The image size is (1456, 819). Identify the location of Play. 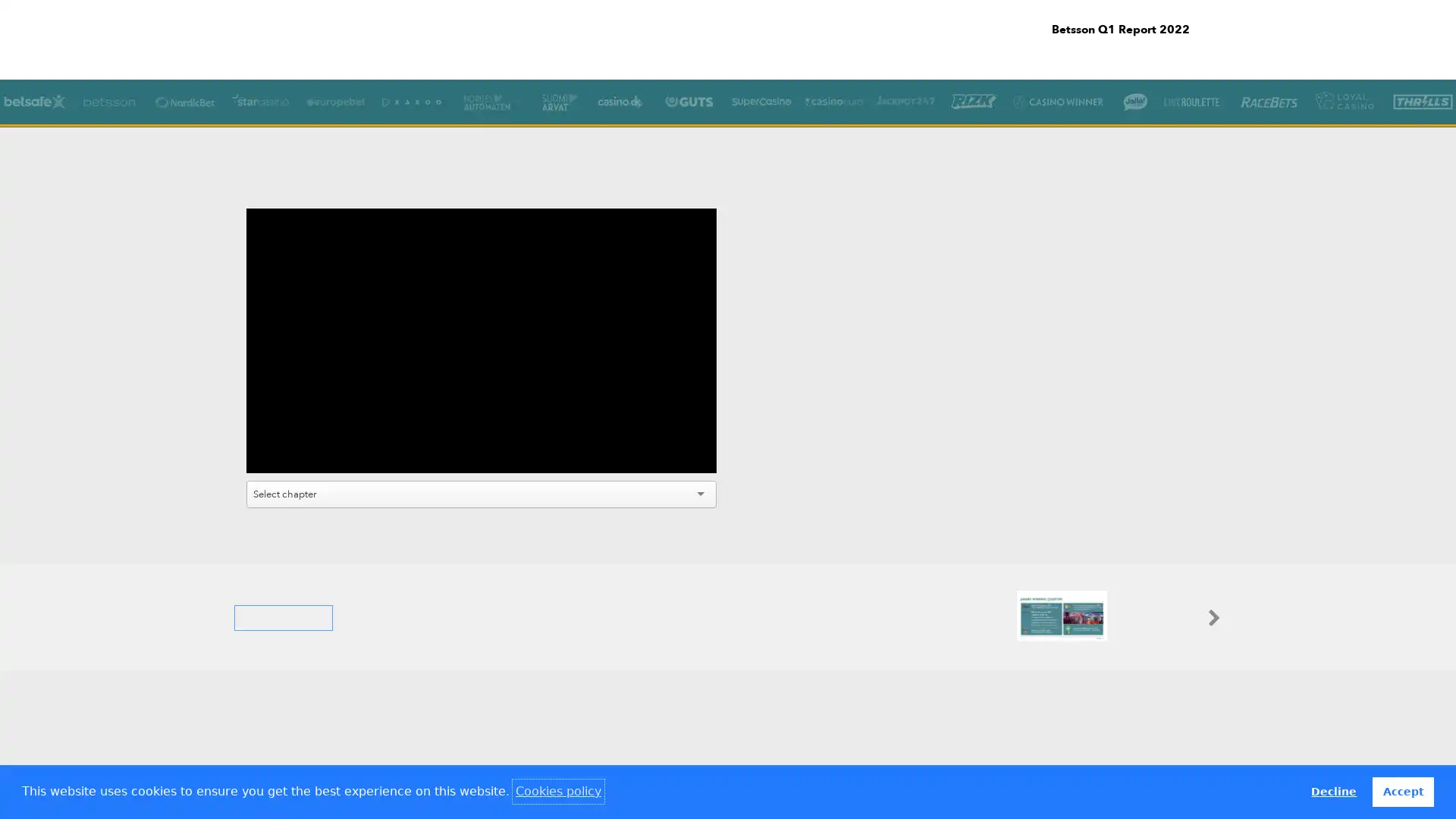
(483, 343).